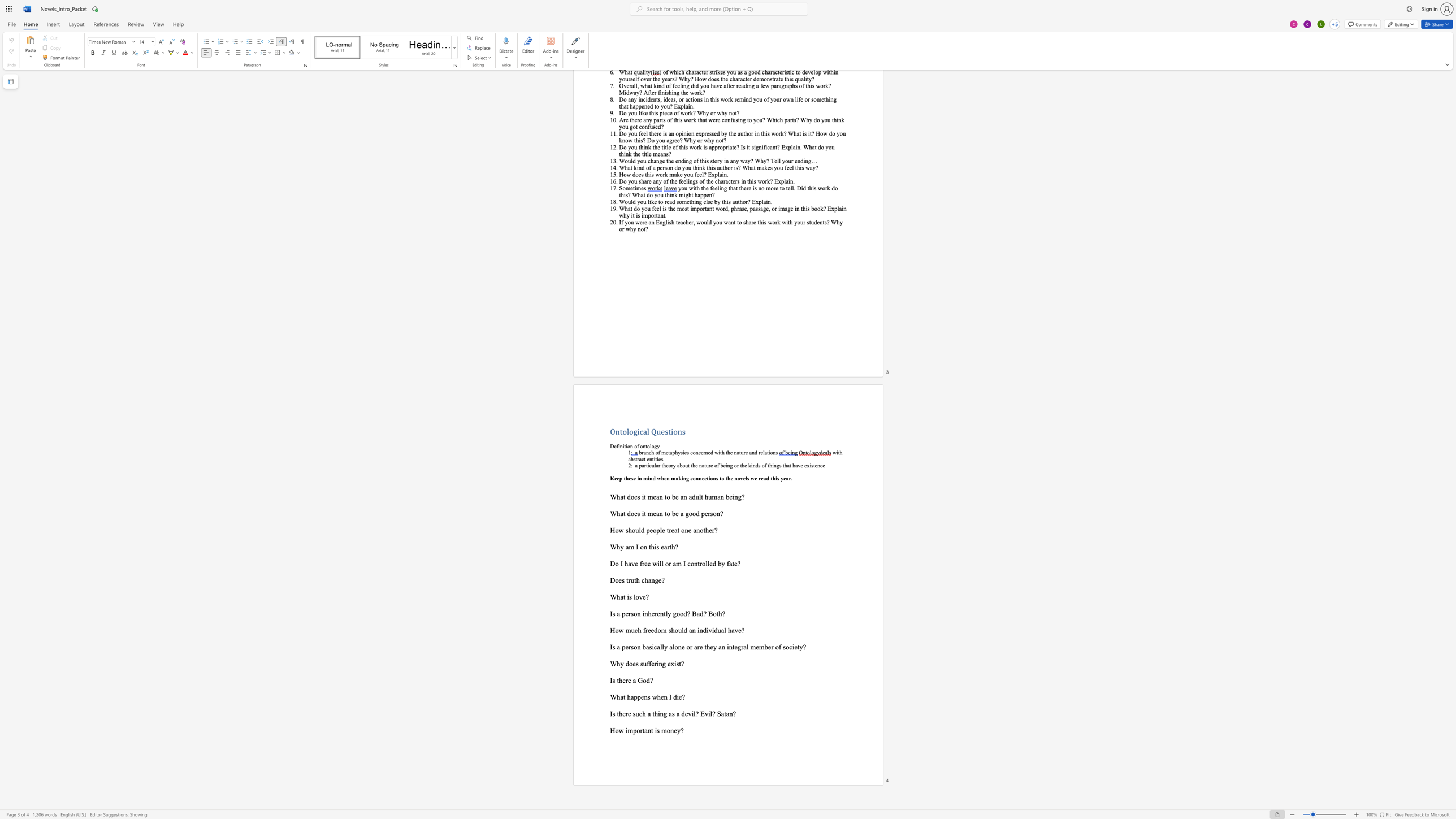  I want to click on the 1th character "t" in the text, so click(624, 596).